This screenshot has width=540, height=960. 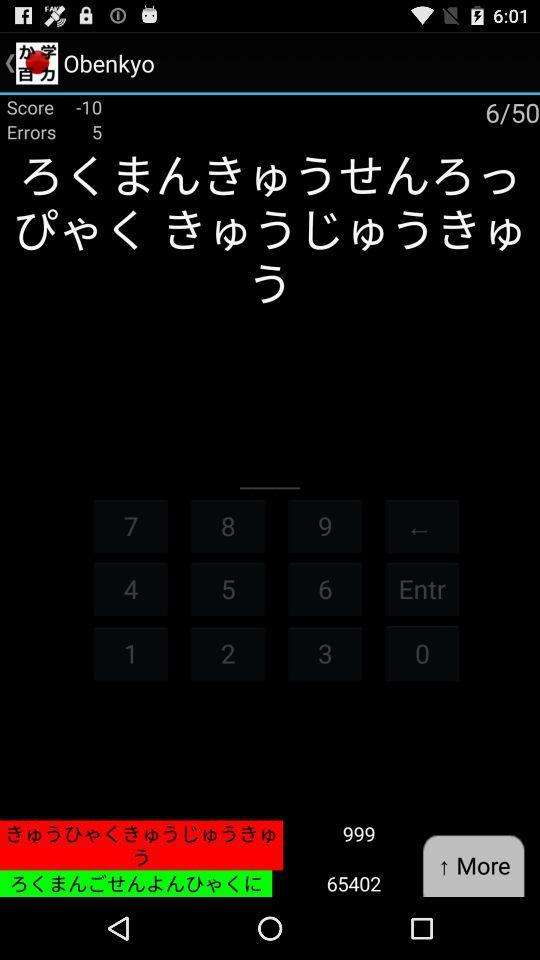 What do you see at coordinates (130, 524) in the screenshot?
I see `icon next to the 8 item` at bounding box center [130, 524].